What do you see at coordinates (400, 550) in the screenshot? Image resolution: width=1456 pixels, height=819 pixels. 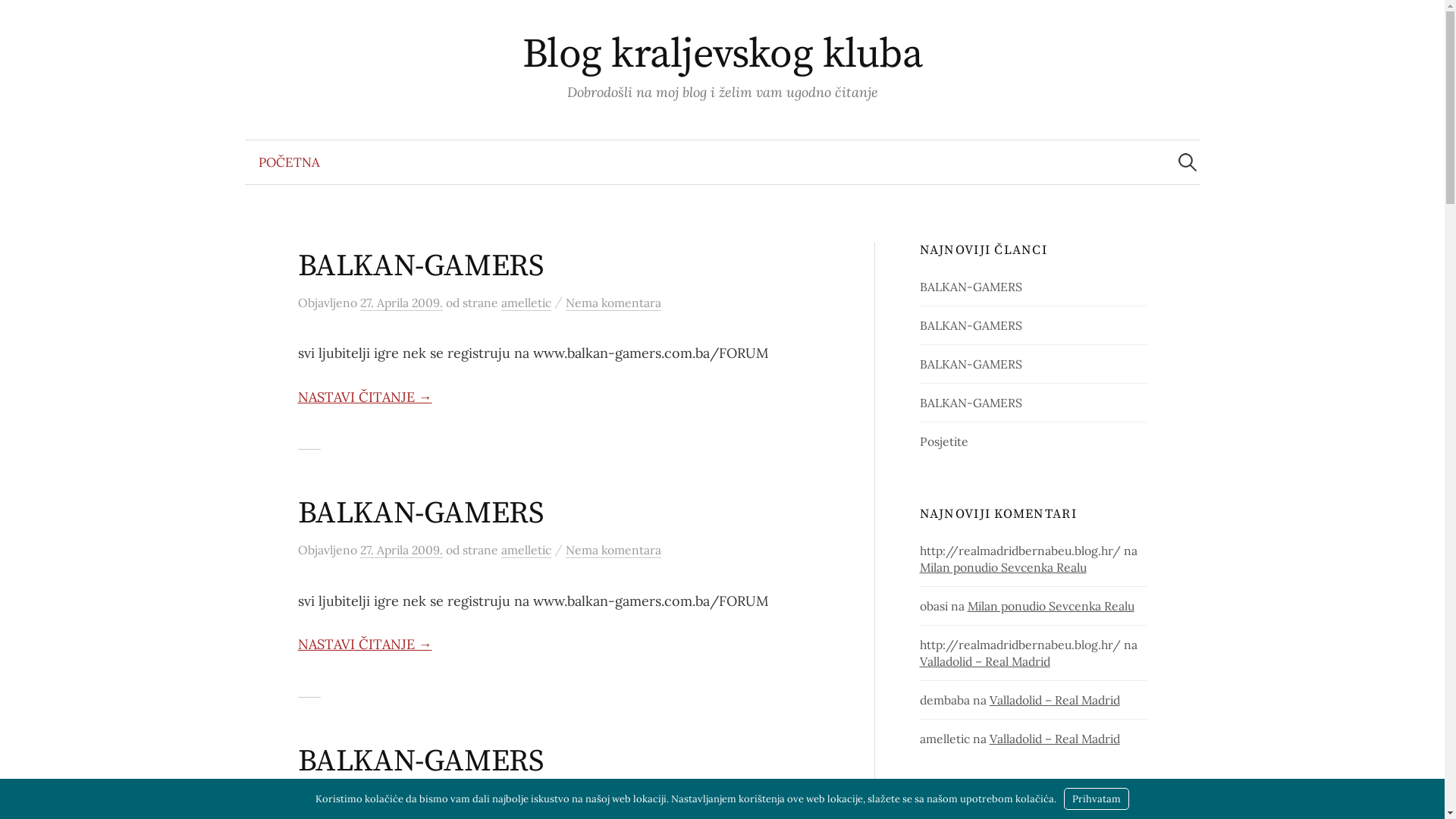 I see `'27. Aprila 2009.'` at bounding box center [400, 550].